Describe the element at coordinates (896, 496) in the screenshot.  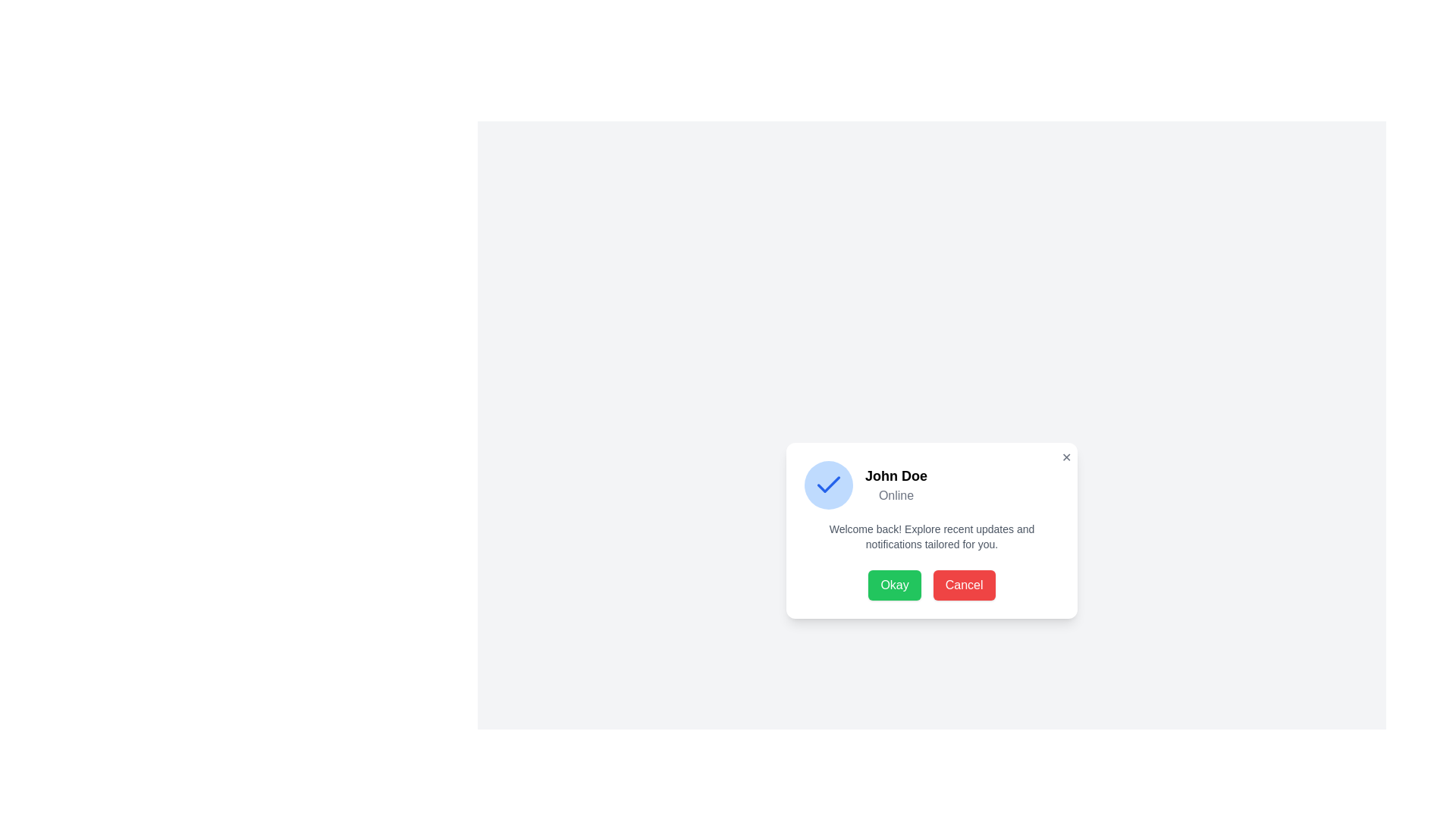
I see `the text element displaying 'Online' styled in gray font, located beneath the bold 'John Doe' text in the dialog box` at that location.